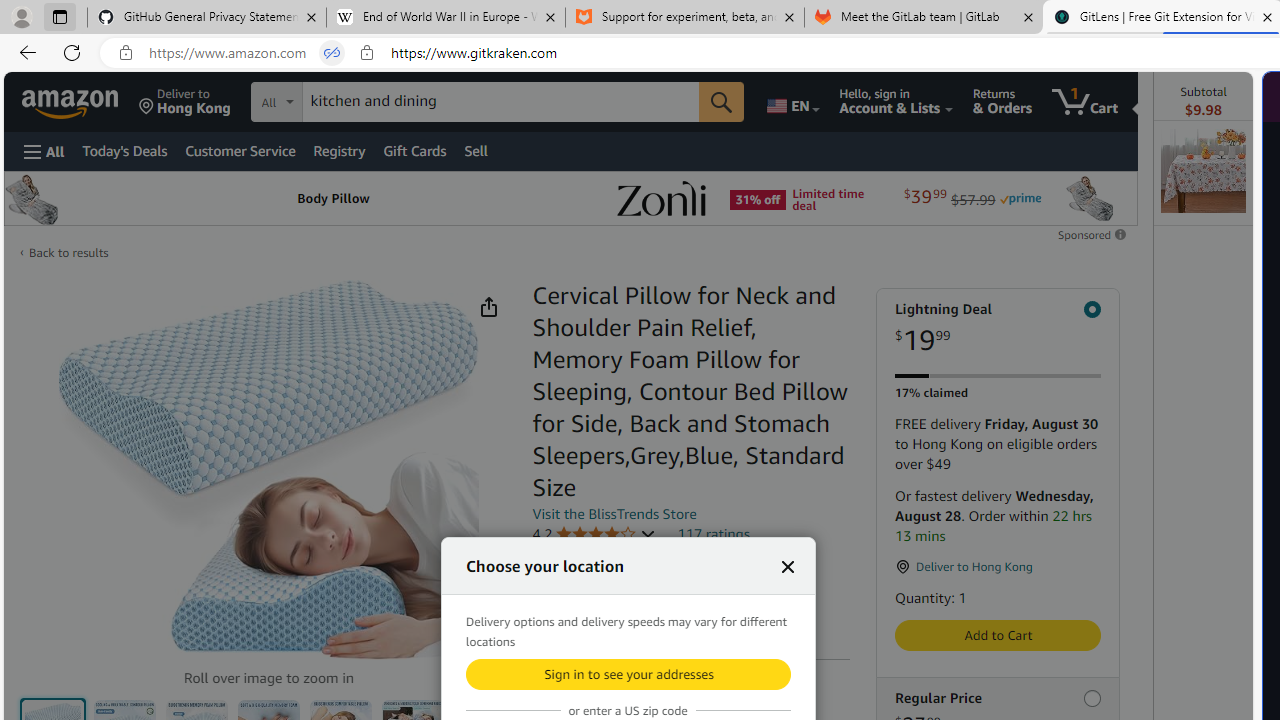 This screenshot has width=1280, height=720. Describe the element at coordinates (1083, 101) in the screenshot. I see `'1 item in cart'` at that location.